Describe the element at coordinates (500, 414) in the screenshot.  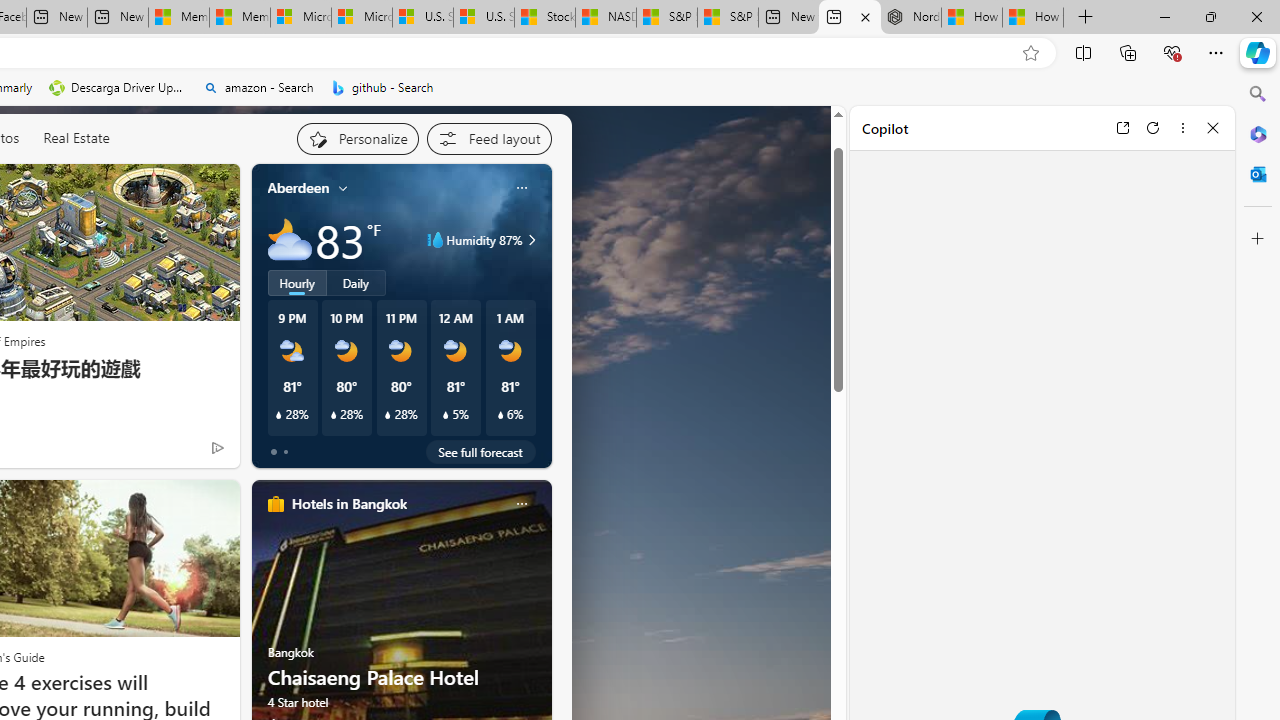
I see `'Class: weather-current-precipitation-glyph'` at that location.